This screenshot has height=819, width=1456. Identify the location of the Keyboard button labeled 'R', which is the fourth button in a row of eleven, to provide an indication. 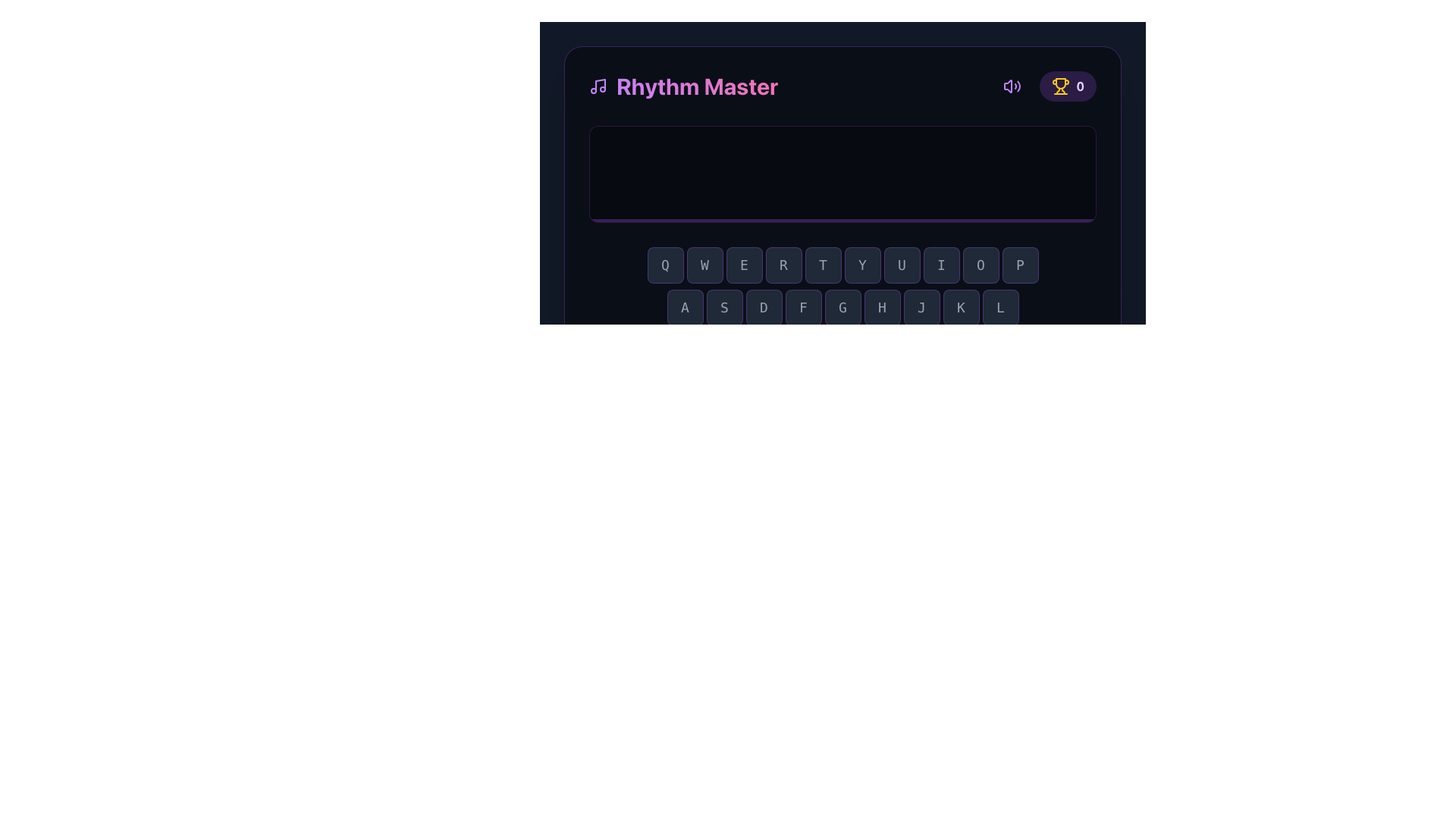
(783, 265).